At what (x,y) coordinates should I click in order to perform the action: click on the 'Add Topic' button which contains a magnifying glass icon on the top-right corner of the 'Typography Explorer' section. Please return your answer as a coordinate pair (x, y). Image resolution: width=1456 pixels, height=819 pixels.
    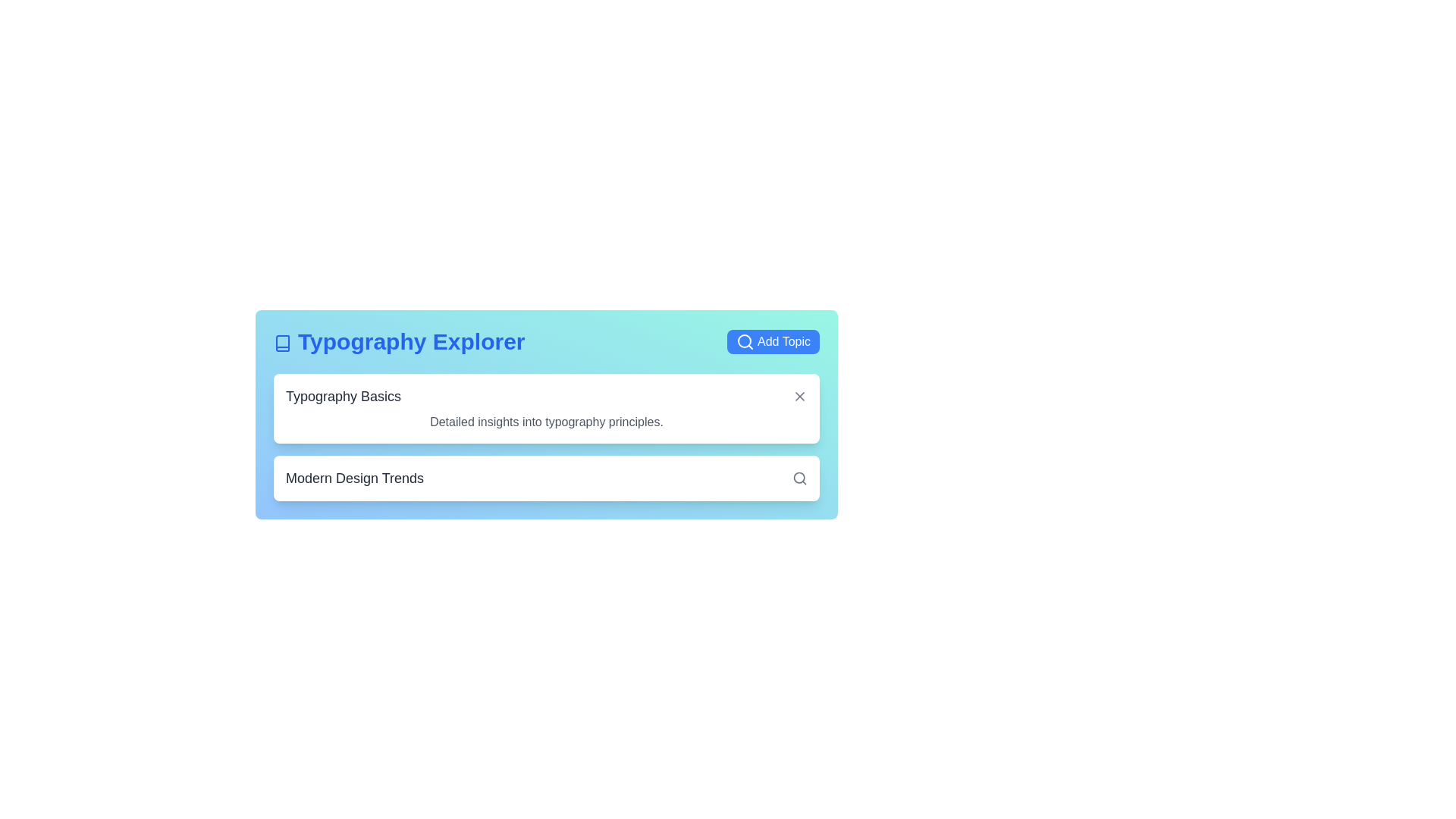
    Looking at the image, I should click on (745, 342).